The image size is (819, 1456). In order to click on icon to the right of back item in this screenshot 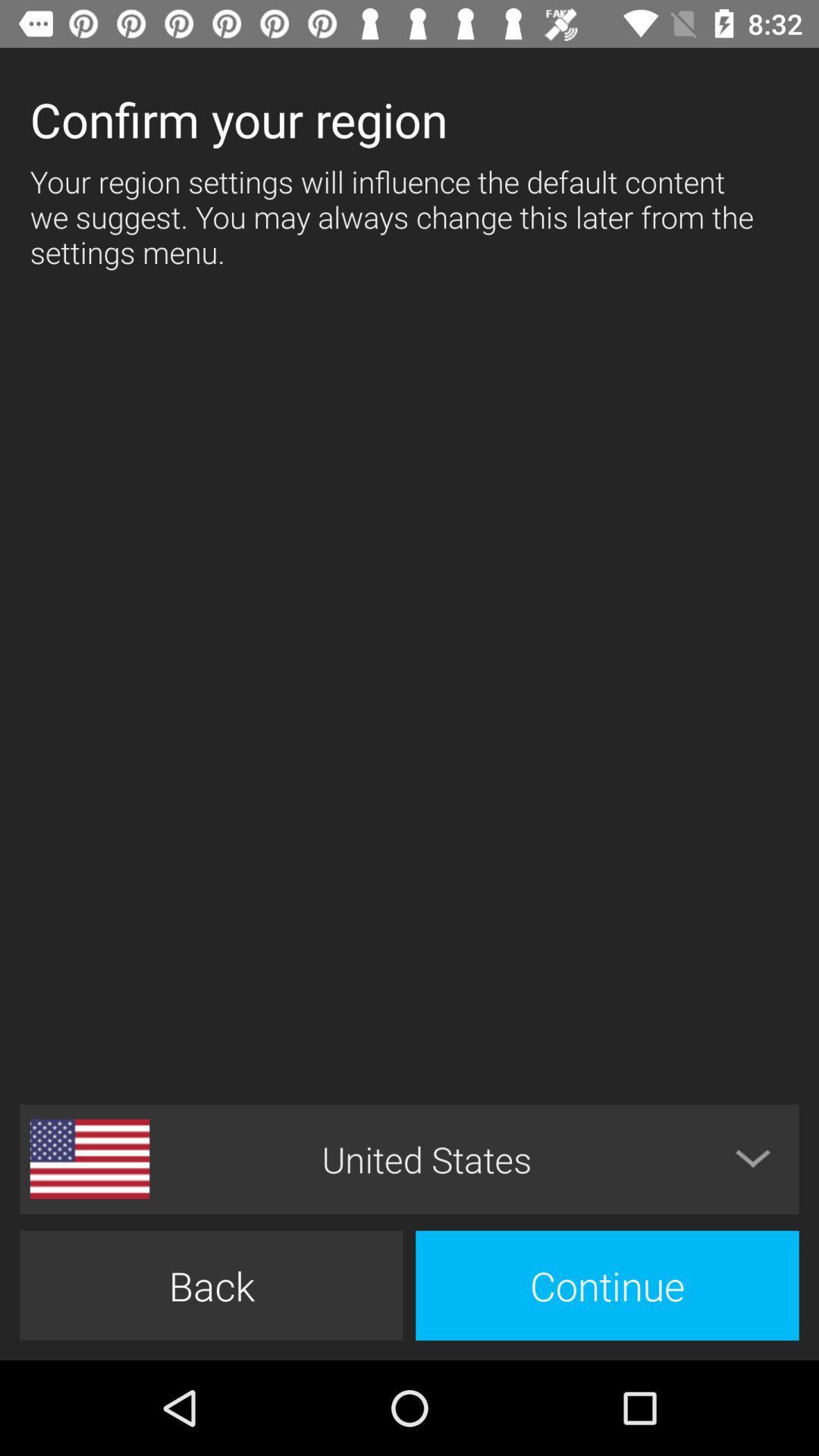, I will do `click(607, 1285)`.